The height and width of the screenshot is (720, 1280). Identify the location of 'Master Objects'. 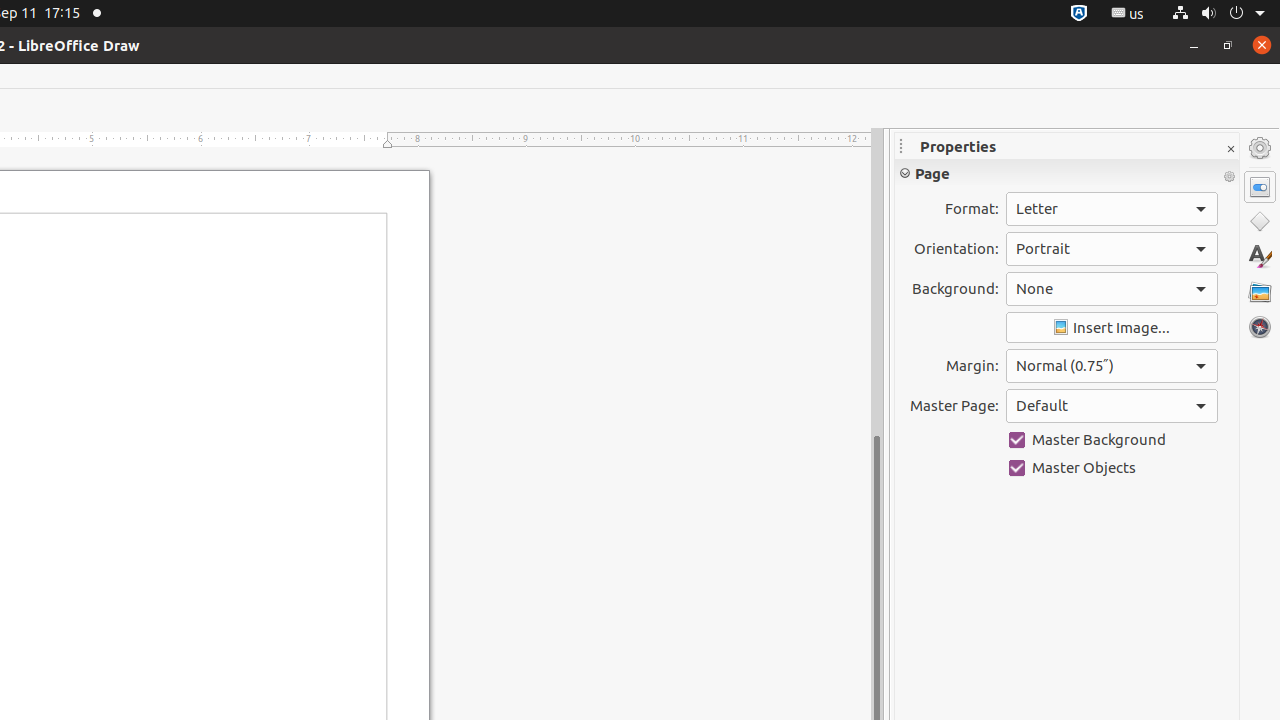
(1110, 468).